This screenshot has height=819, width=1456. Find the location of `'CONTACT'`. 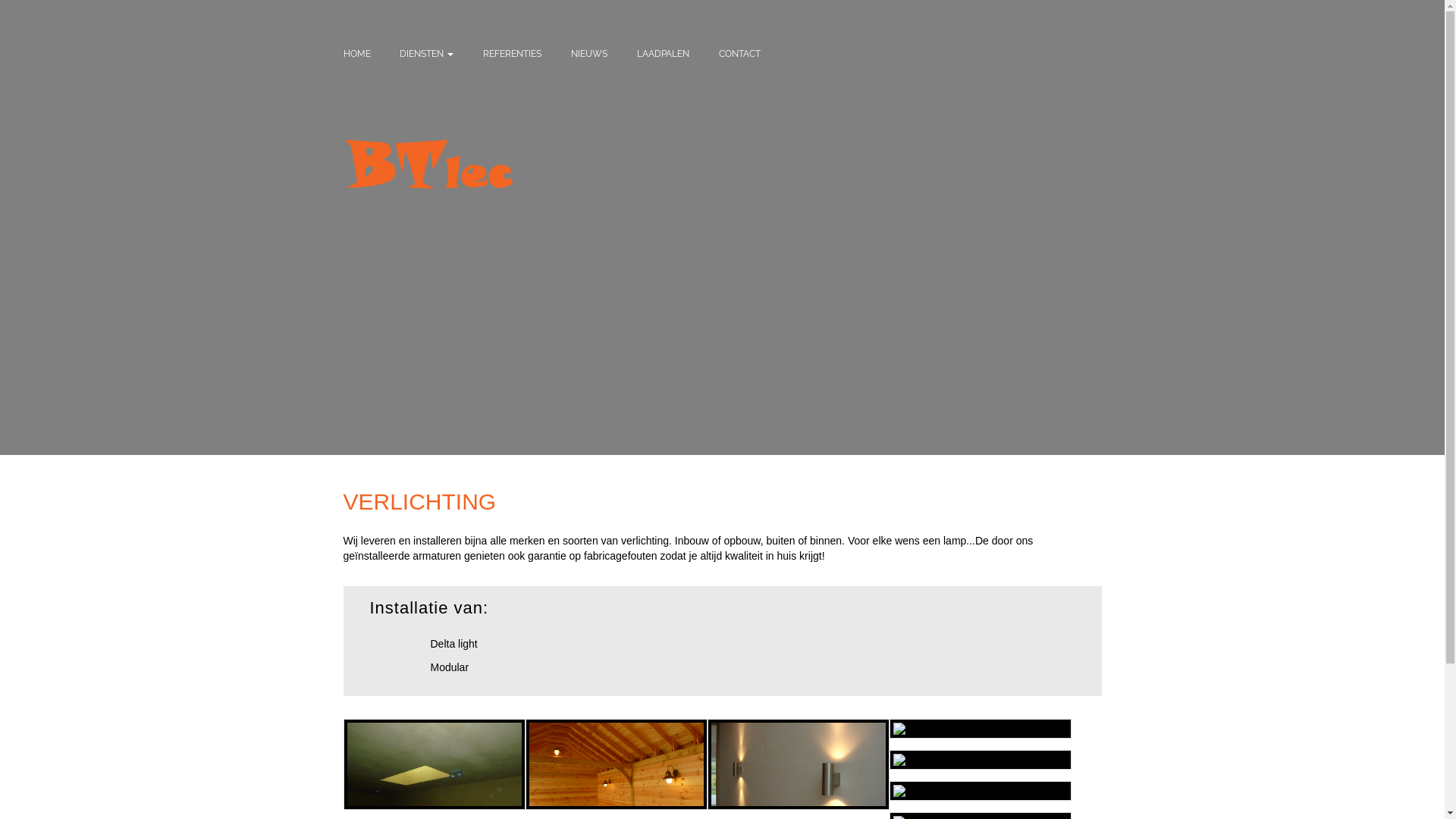

'CONTACT' is located at coordinates (739, 52).